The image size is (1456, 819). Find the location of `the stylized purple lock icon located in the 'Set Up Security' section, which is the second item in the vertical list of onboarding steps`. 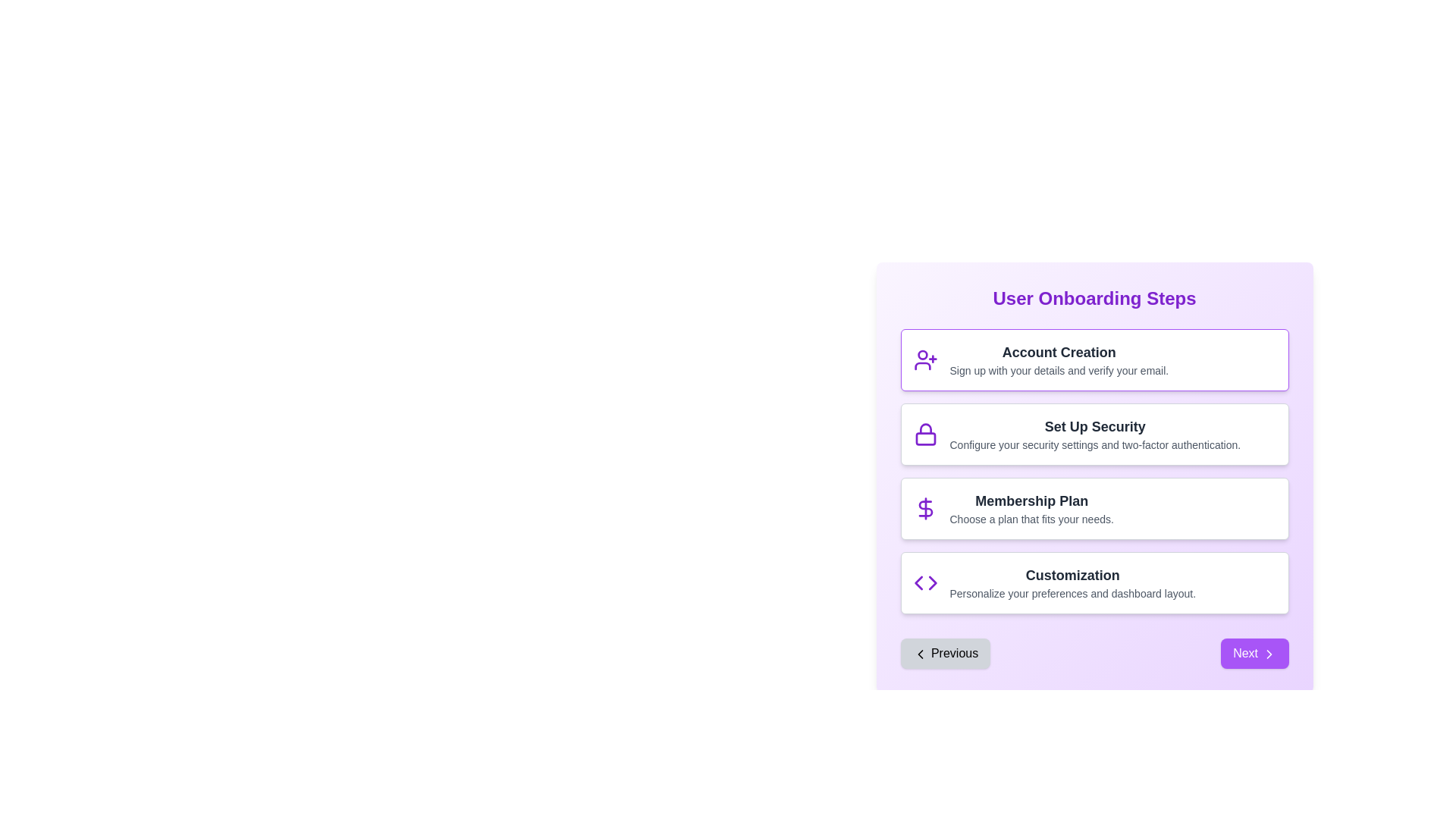

the stylized purple lock icon located in the 'Set Up Security' section, which is the second item in the vertical list of onboarding steps is located at coordinates (924, 435).